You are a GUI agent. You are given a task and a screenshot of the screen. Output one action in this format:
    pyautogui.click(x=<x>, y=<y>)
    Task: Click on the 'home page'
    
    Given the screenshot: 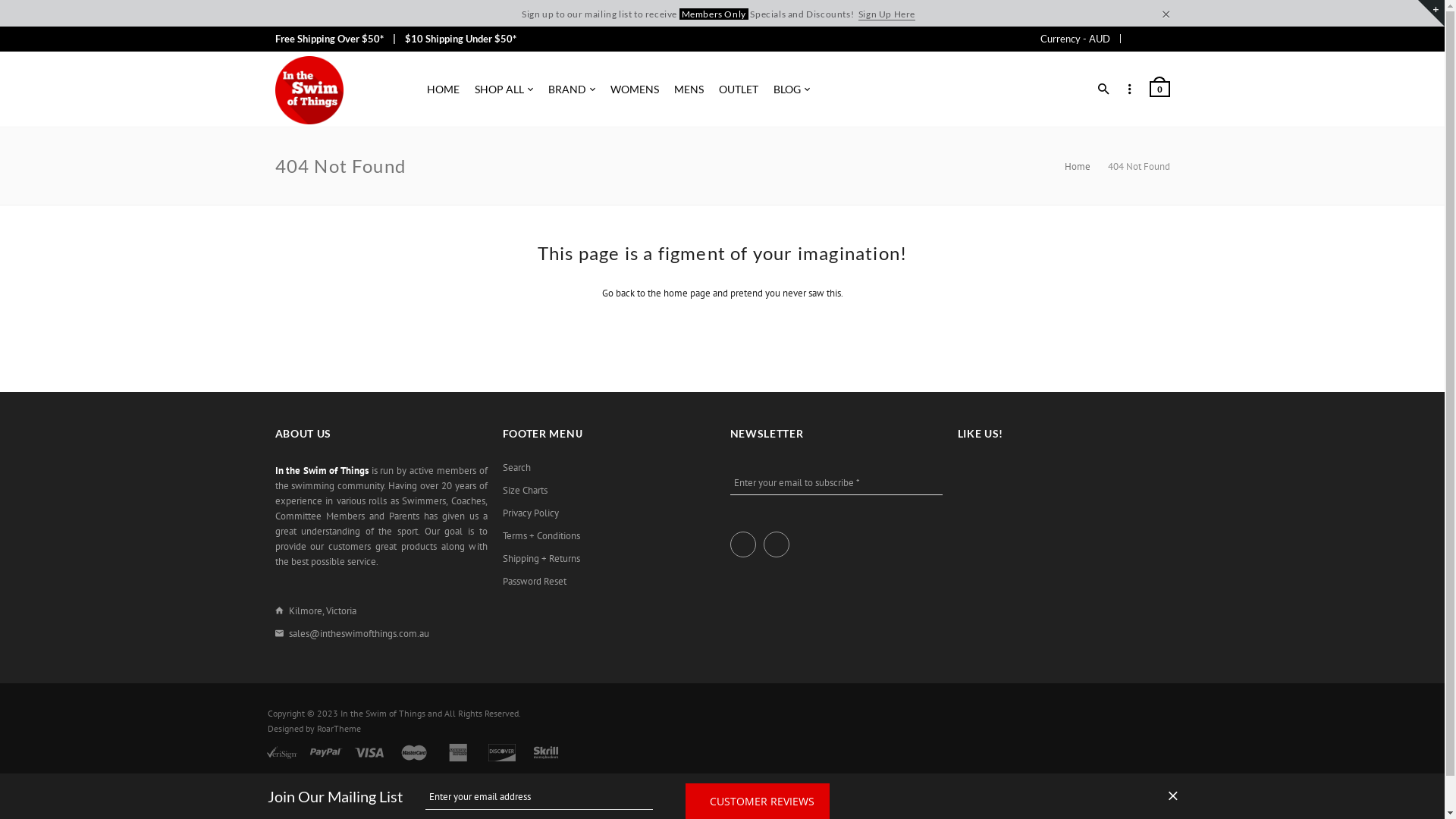 What is the action you would take?
    pyautogui.click(x=662, y=293)
    